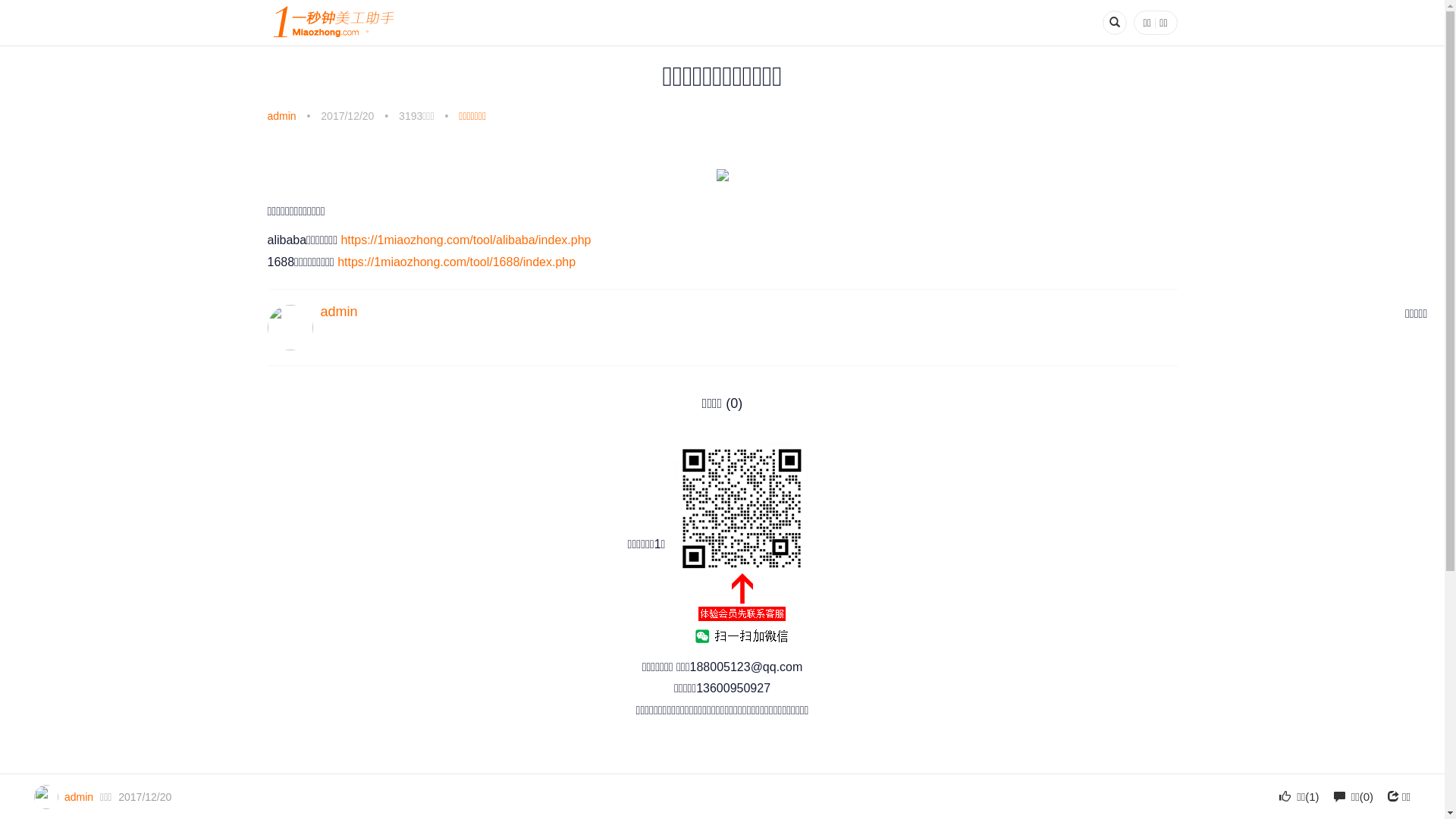 This screenshot has width=1456, height=819. What do you see at coordinates (64, 795) in the screenshot?
I see `'admin'` at bounding box center [64, 795].